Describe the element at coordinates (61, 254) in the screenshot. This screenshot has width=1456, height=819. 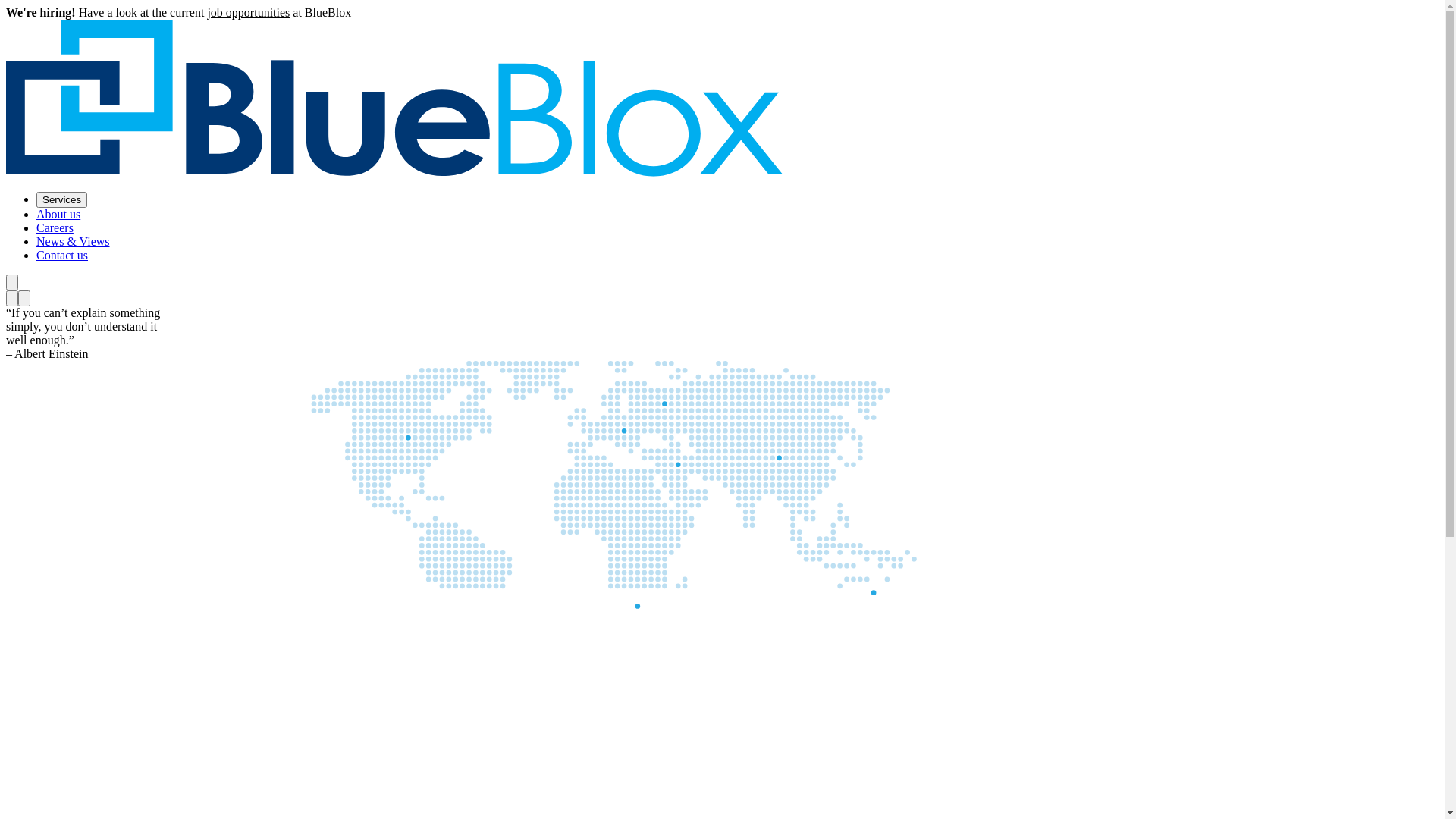
I see `'Contact us'` at that location.